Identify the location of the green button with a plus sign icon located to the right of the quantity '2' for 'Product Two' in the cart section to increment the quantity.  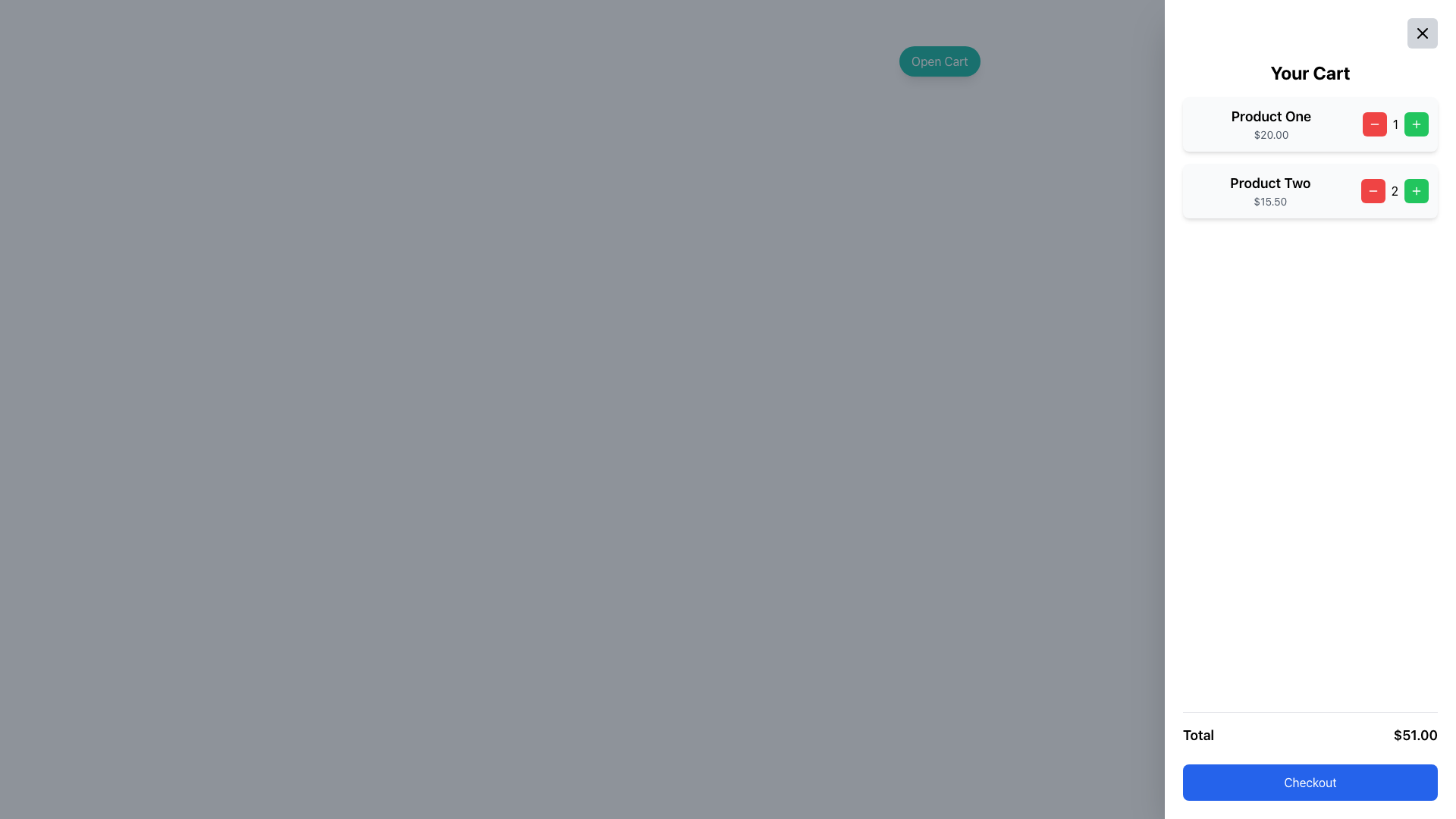
(1415, 190).